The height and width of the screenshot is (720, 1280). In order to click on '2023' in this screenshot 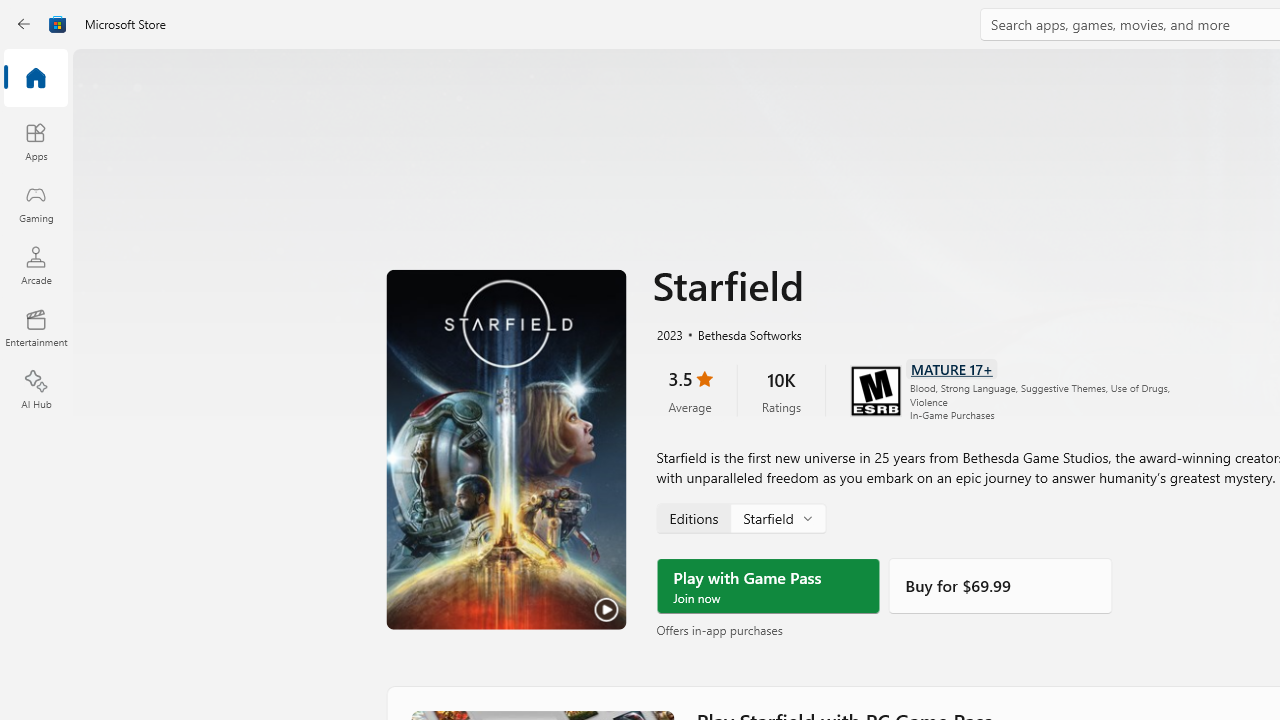, I will do `click(668, 332)`.